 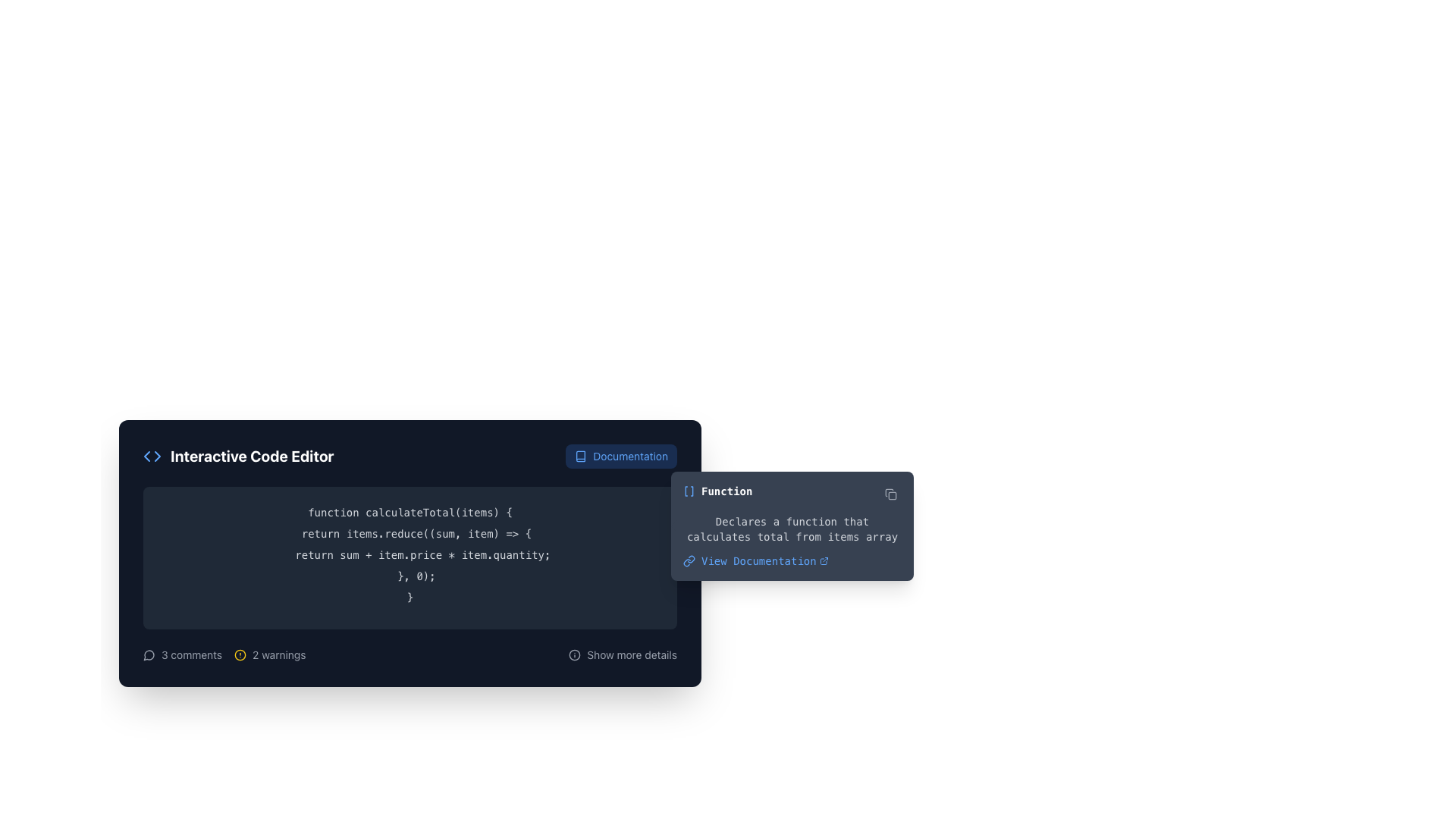 What do you see at coordinates (410, 512) in the screenshot?
I see `on the text displaying the function declaration 'function calculateTotal(items) {' in the code editor` at bounding box center [410, 512].